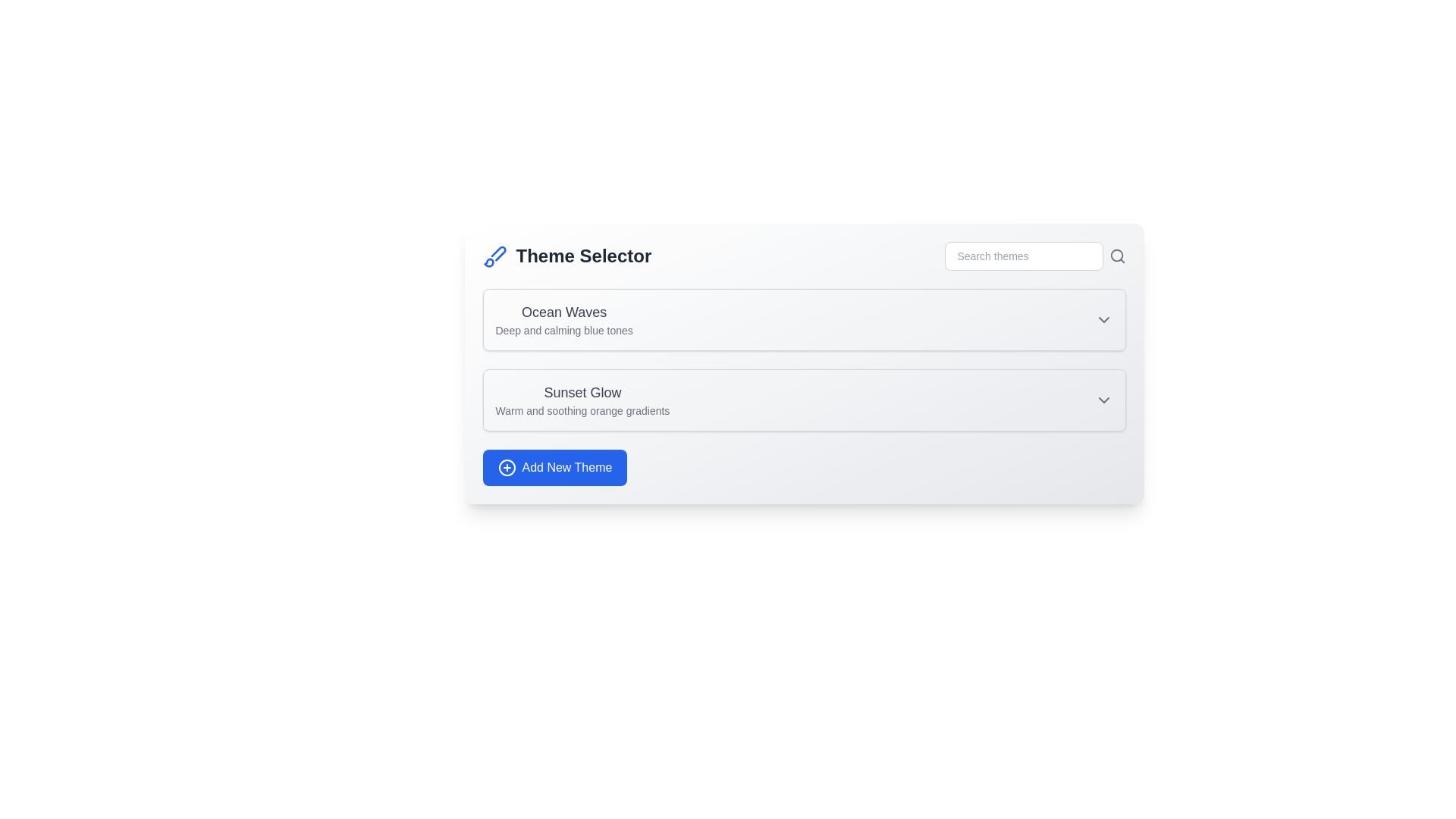  Describe the element at coordinates (563, 312) in the screenshot. I see `the text element displaying the title 'Ocean Waves', which serves as a label for the associated description in the theme list` at that location.